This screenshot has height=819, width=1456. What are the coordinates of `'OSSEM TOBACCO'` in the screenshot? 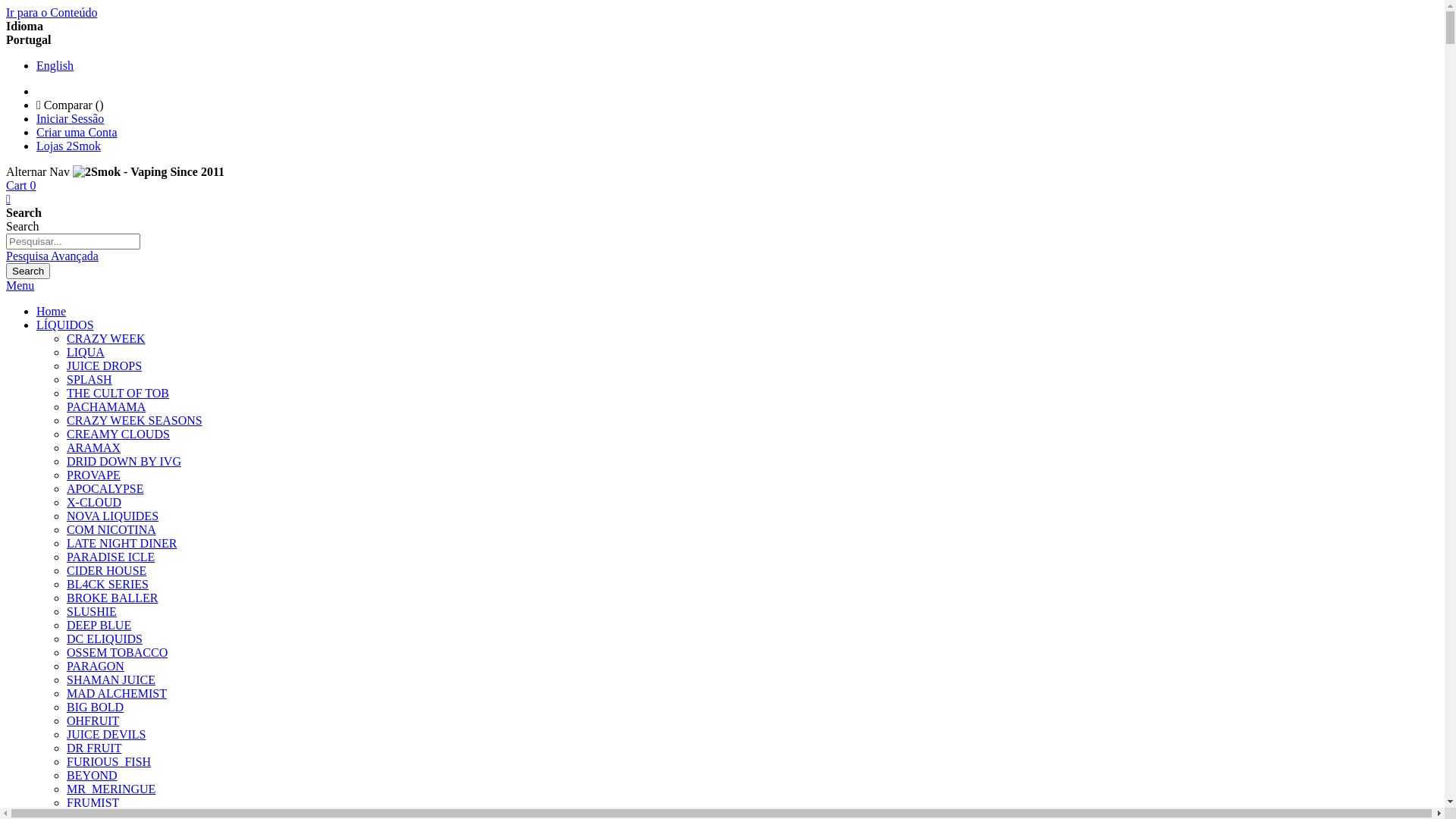 It's located at (116, 651).